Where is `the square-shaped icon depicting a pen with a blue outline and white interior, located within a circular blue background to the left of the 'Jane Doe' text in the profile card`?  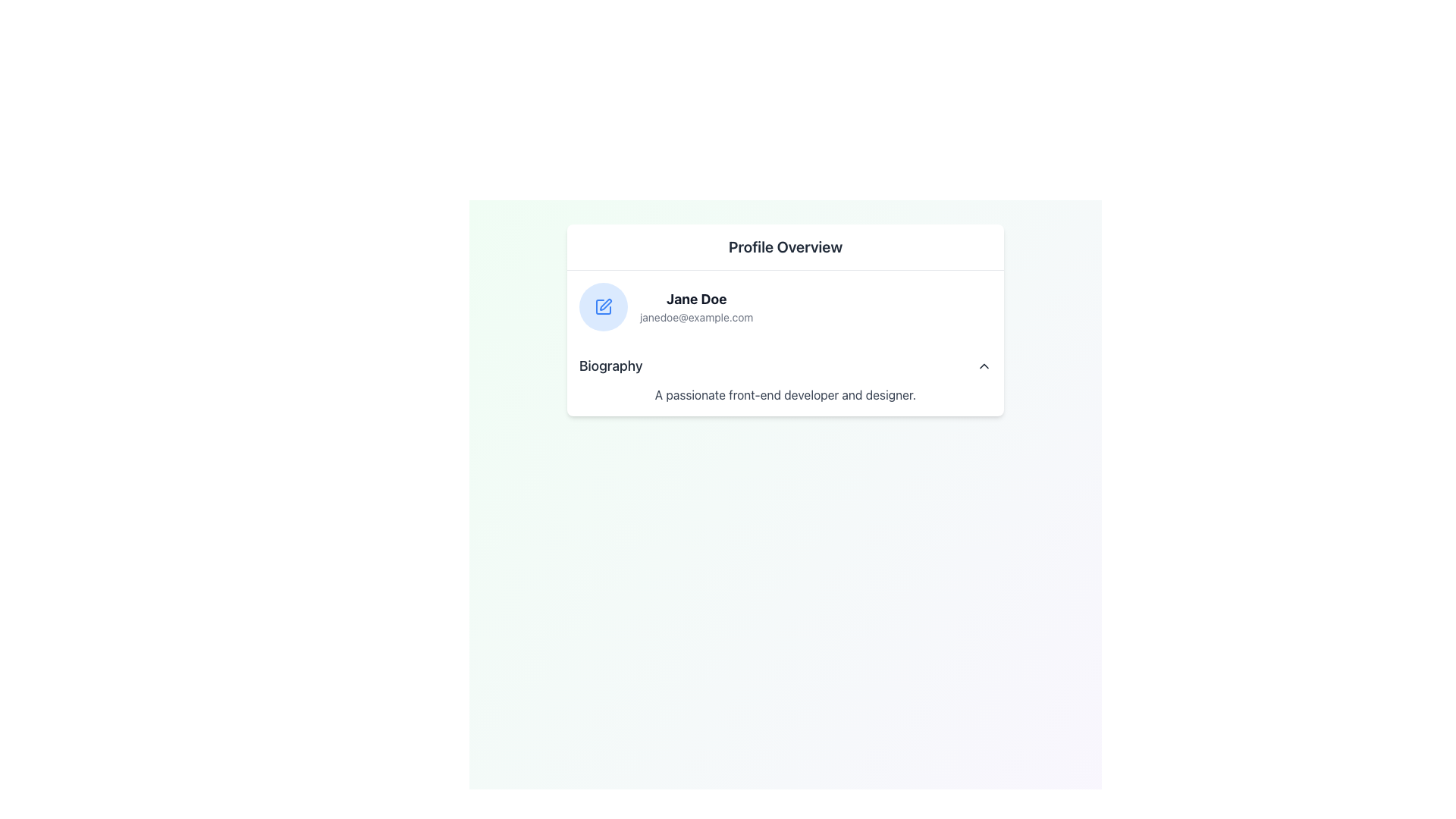
the square-shaped icon depicting a pen with a blue outline and white interior, located within a circular blue background to the left of the 'Jane Doe' text in the profile card is located at coordinates (603, 307).